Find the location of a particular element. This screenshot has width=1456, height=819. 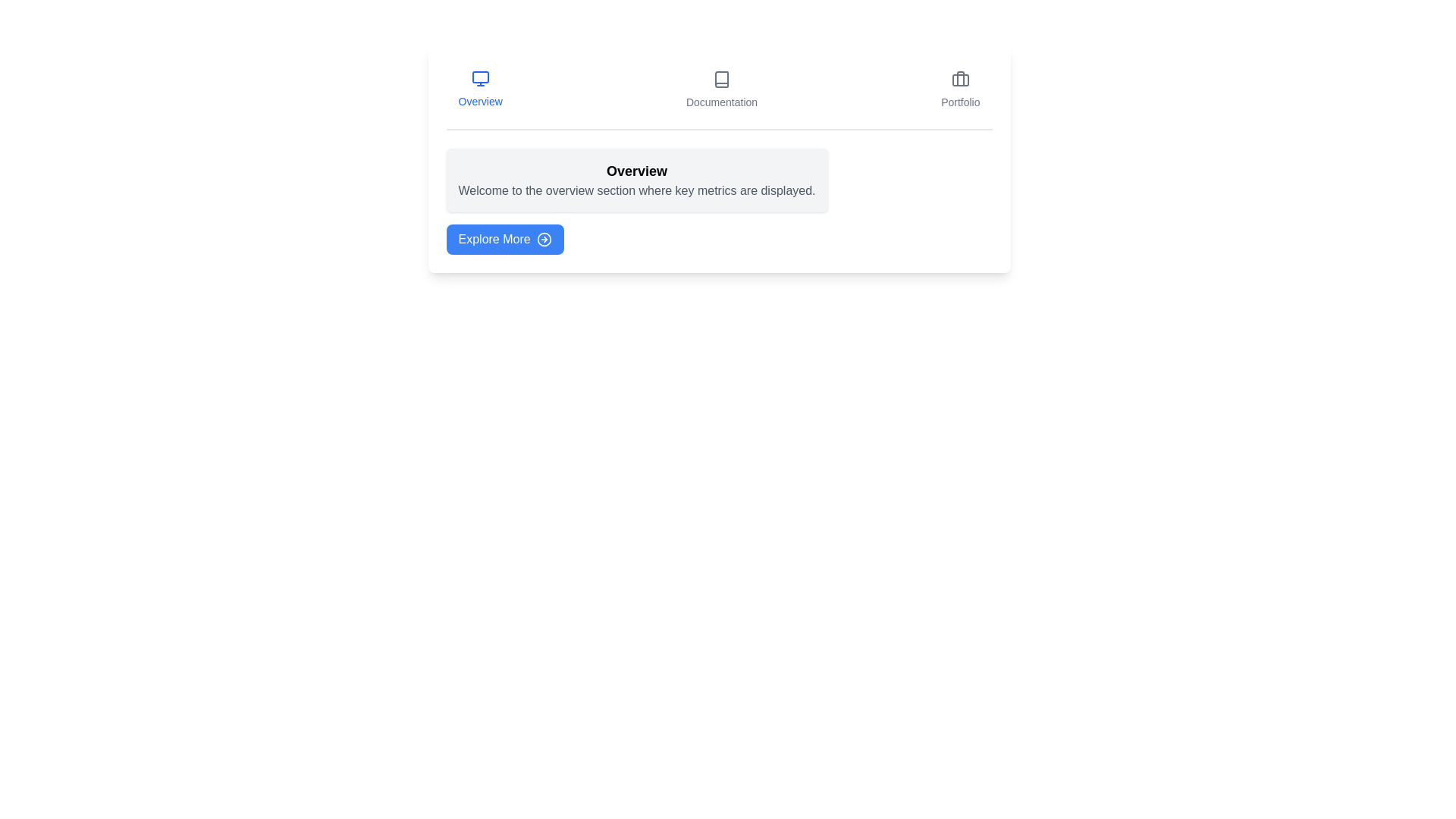

the Portfolio tab to view its content is located at coordinates (959, 90).